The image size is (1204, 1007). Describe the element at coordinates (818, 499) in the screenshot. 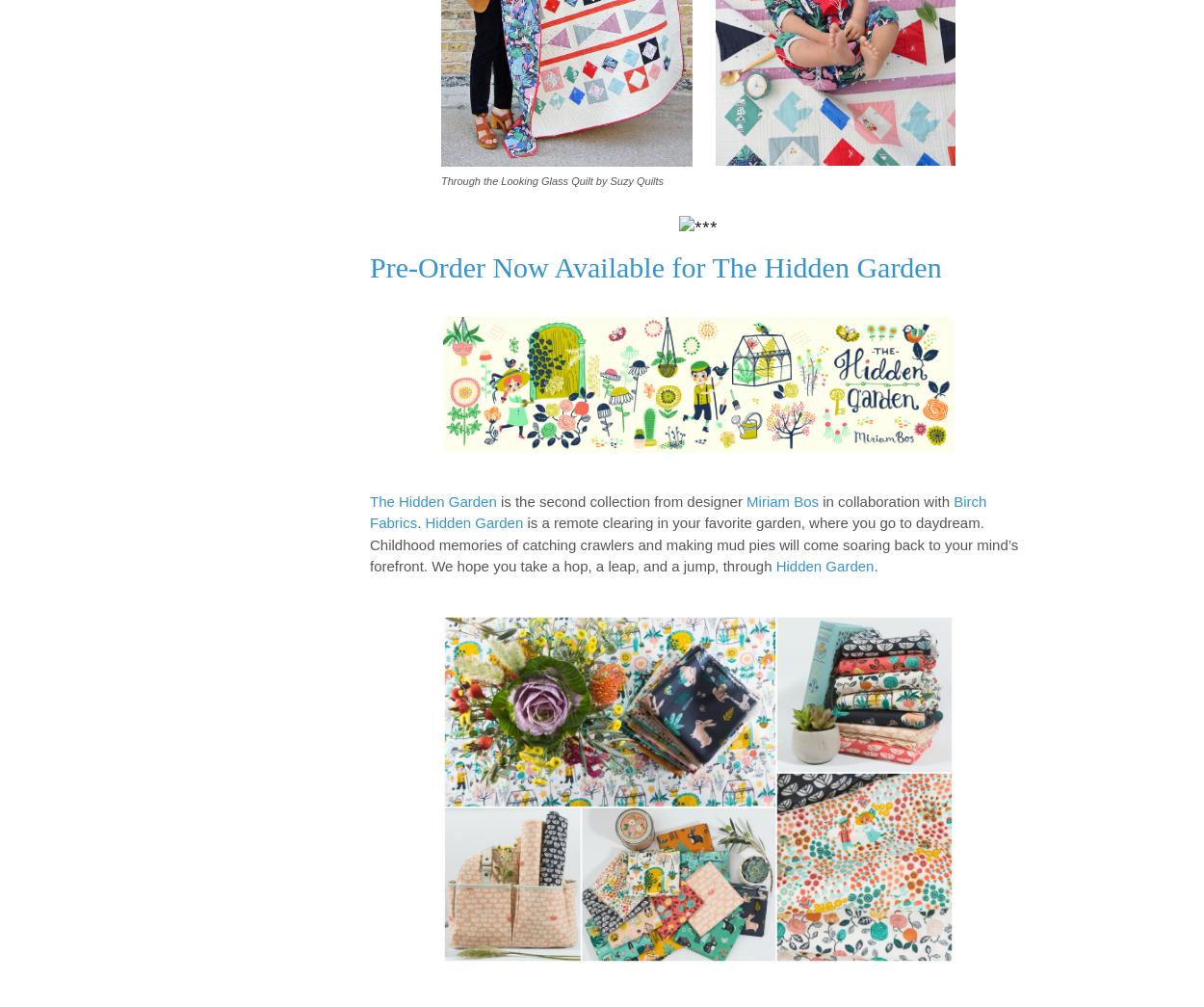

I see `'in collaboration with'` at that location.